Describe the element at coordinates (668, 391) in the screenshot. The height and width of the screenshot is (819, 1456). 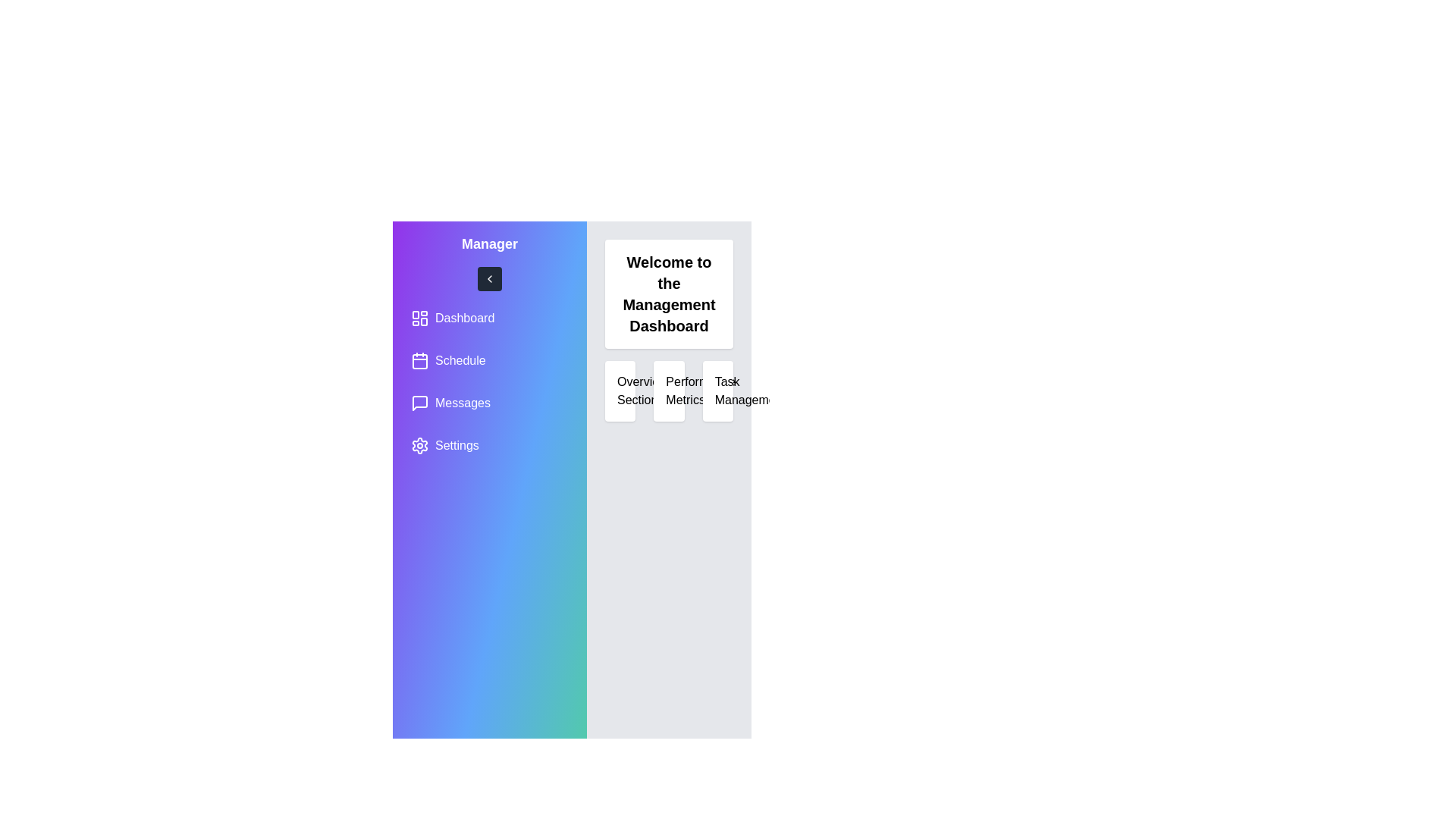
I see `the Information Card, which is the middle box in the series of three components below the 'Welcome to the Management Dashboard' header` at that location.